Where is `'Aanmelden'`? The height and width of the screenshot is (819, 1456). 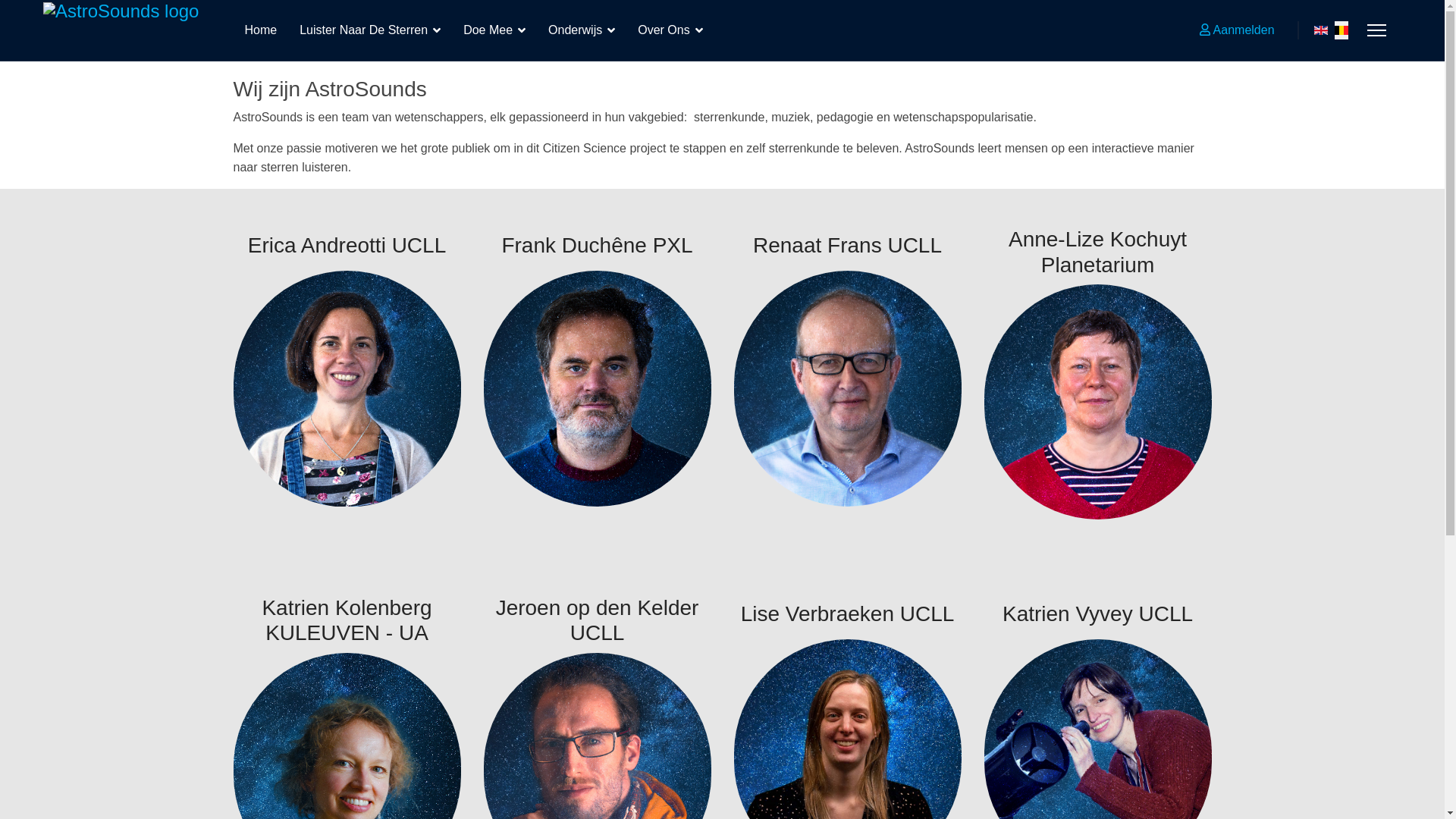 'Aanmelden' is located at coordinates (1237, 30).